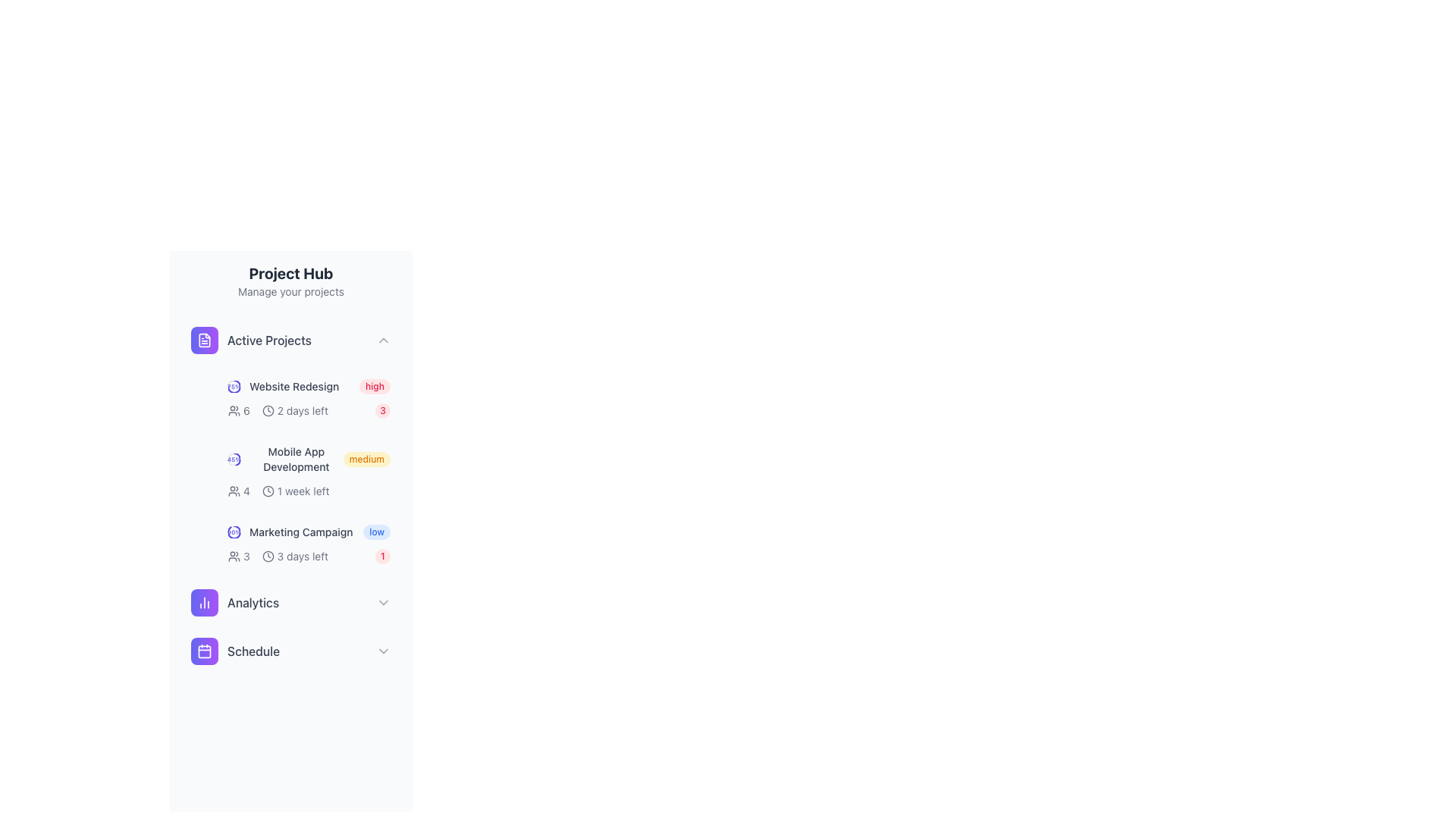 The width and height of the screenshot is (1456, 819). What do you see at coordinates (203, 651) in the screenshot?
I see `the Icon button located in the bottom-right corner of the sidebar menu under the 'Schedule' label` at bounding box center [203, 651].